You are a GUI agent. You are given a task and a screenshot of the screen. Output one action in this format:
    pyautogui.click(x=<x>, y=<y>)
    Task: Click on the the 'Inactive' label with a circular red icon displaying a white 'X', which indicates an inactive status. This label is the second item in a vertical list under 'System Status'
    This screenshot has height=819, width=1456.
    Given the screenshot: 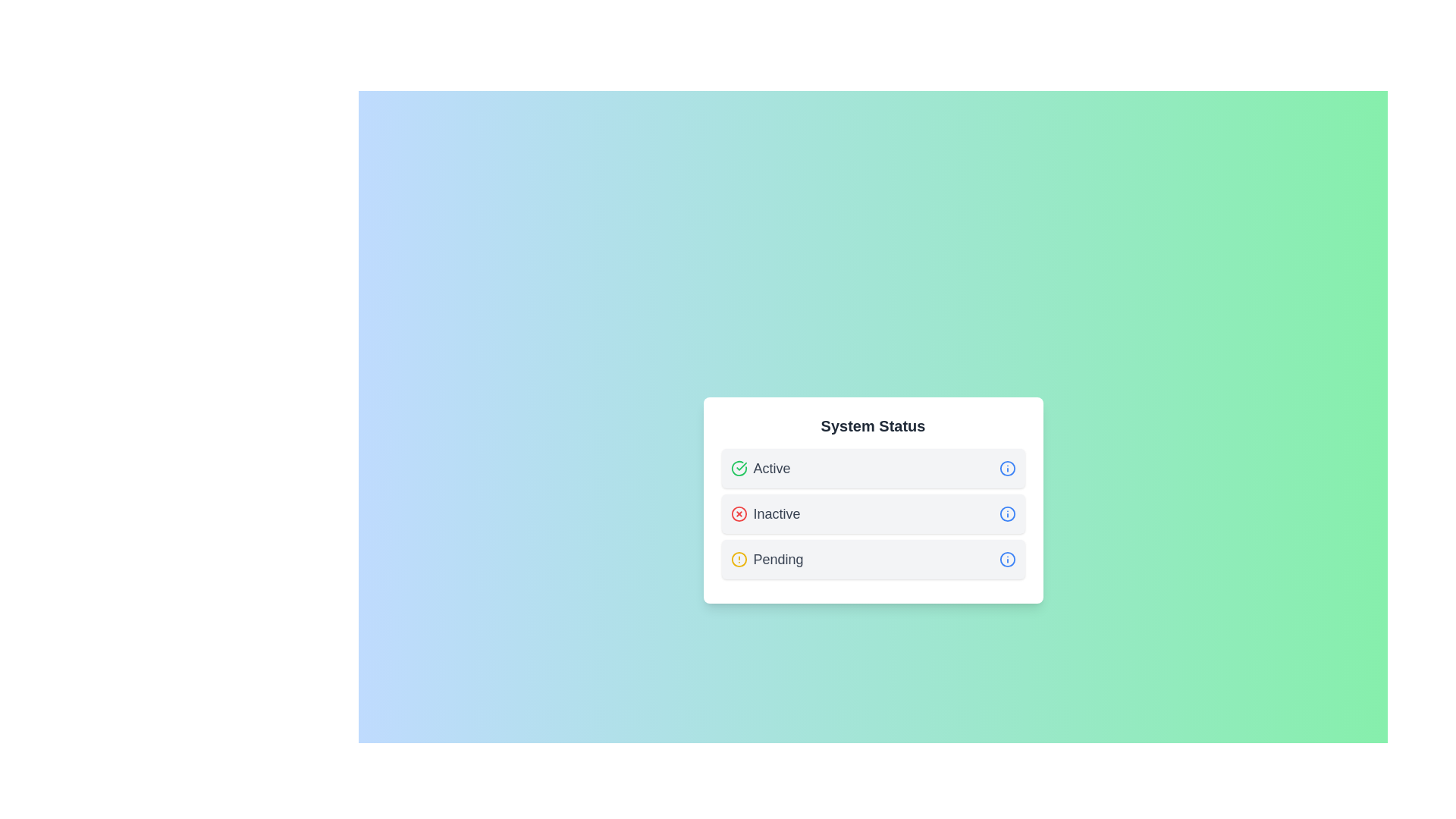 What is the action you would take?
    pyautogui.click(x=765, y=513)
    